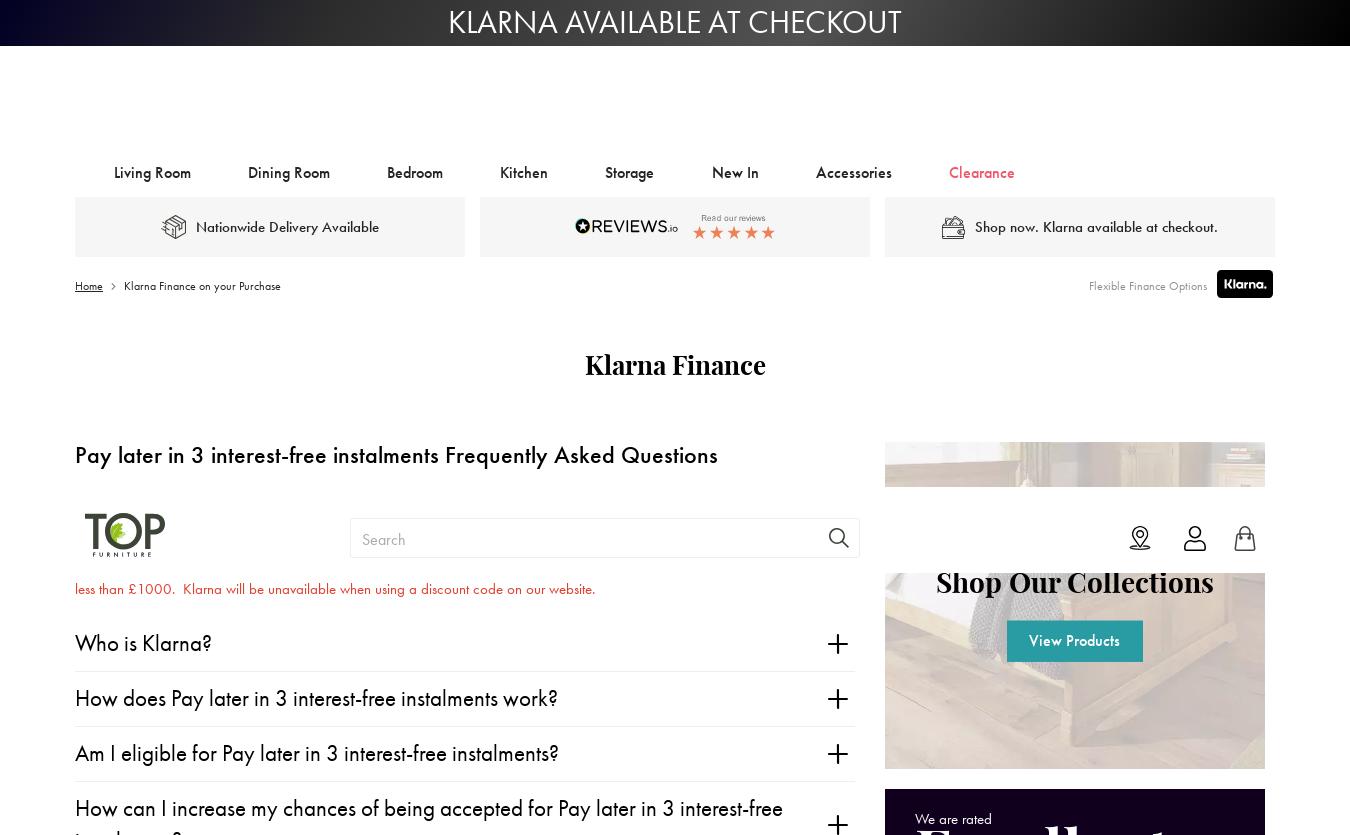 The image size is (1350, 835). What do you see at coordinates (1028, 136) in the screenshot?
I see `'View Products'` at bounding box center [1028, 136].